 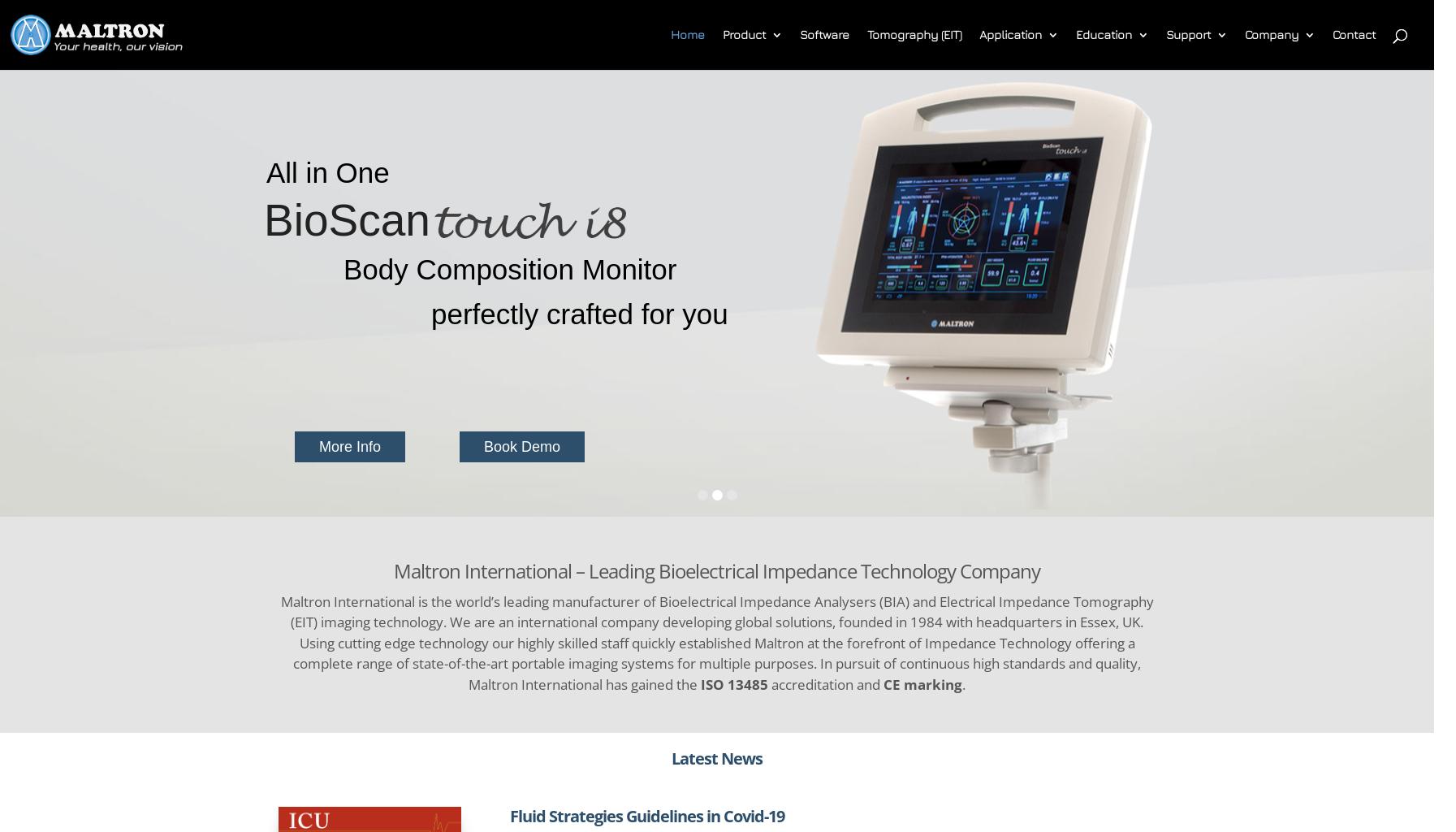 What do you see at coordinates (1058, 202) in the screenshot?
I see `'Military Personal'` at bounding box center [1058, 202].